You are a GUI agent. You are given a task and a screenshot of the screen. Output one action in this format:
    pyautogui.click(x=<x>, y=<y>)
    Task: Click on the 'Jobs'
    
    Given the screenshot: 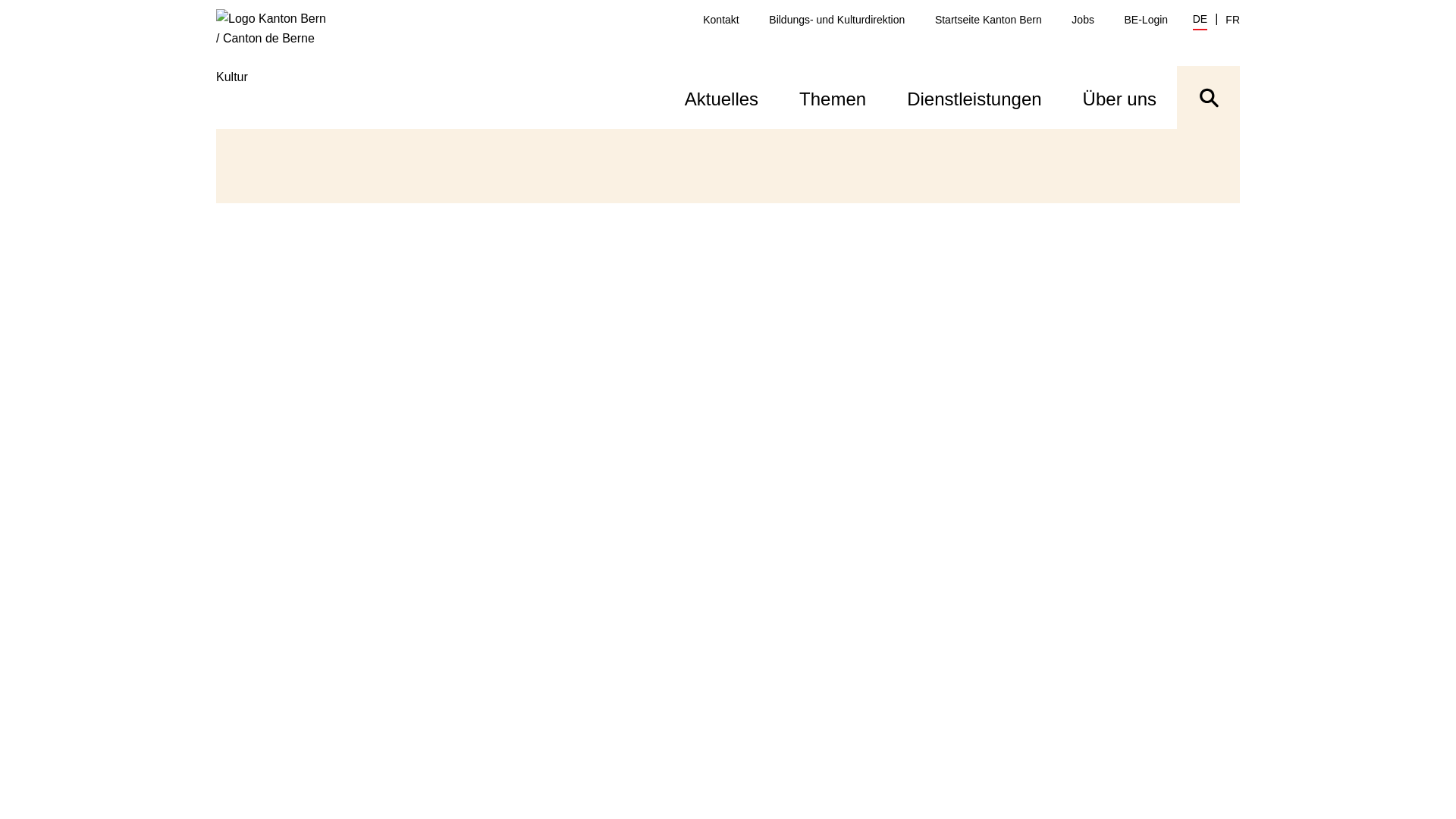 What is the action you would take?
    pyautogui.click(x=1082, y=20)
    